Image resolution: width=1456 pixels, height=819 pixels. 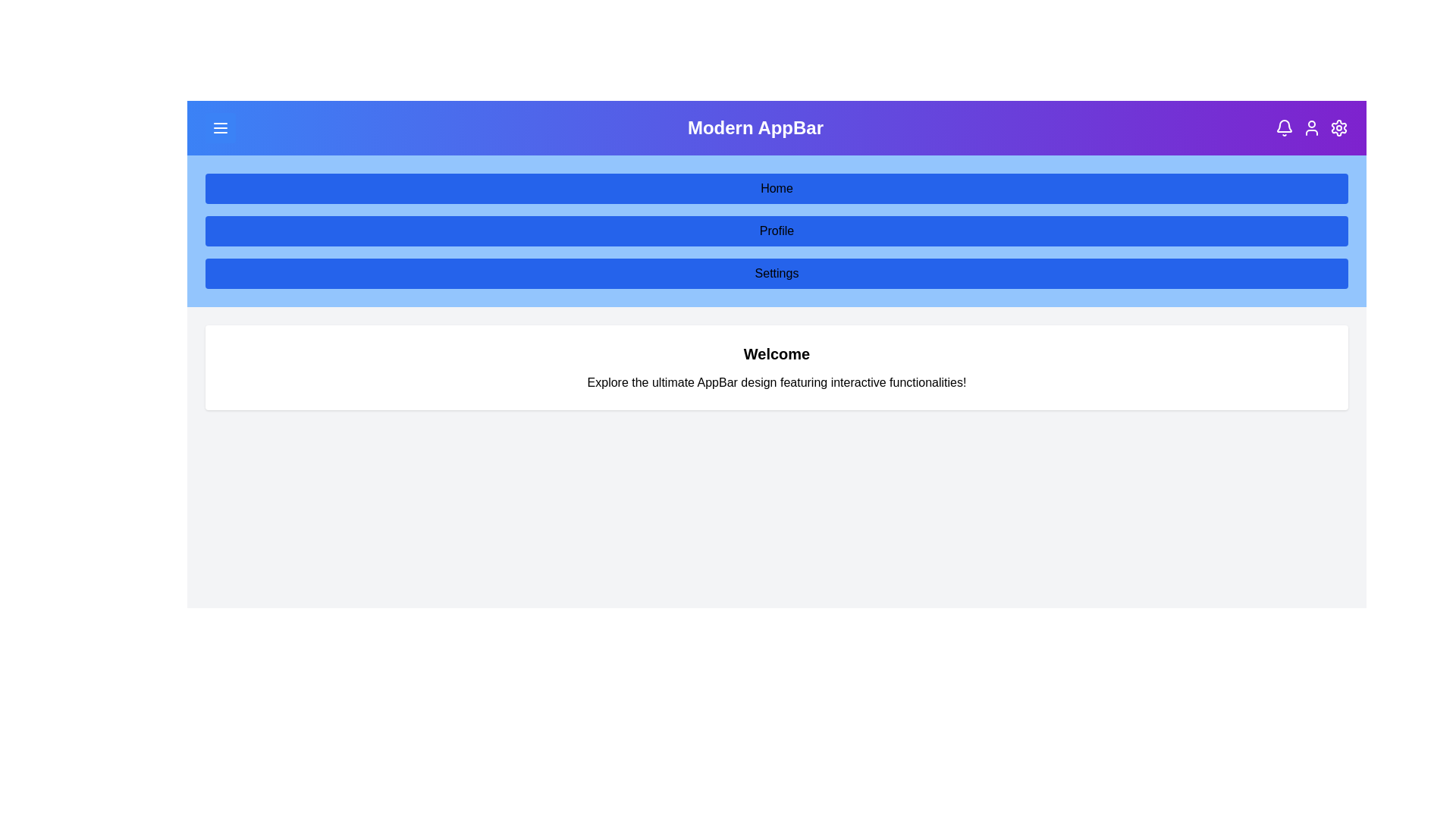 I want to click on the Profile navigation button, so click(x=777, y=231).